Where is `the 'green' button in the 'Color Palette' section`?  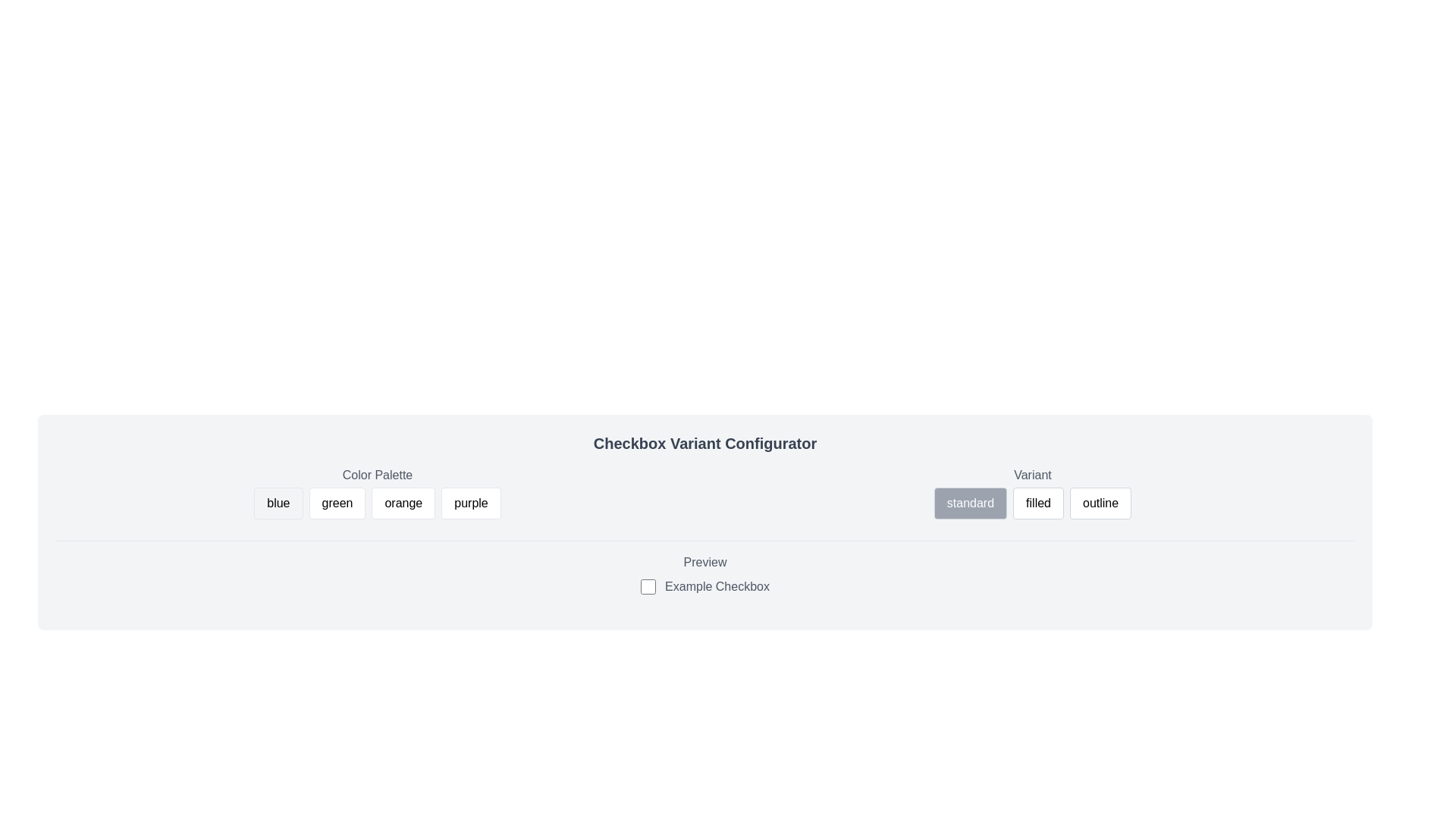 the 'green' button in the 'Color Palette' section is located at coordinates (336, 503).